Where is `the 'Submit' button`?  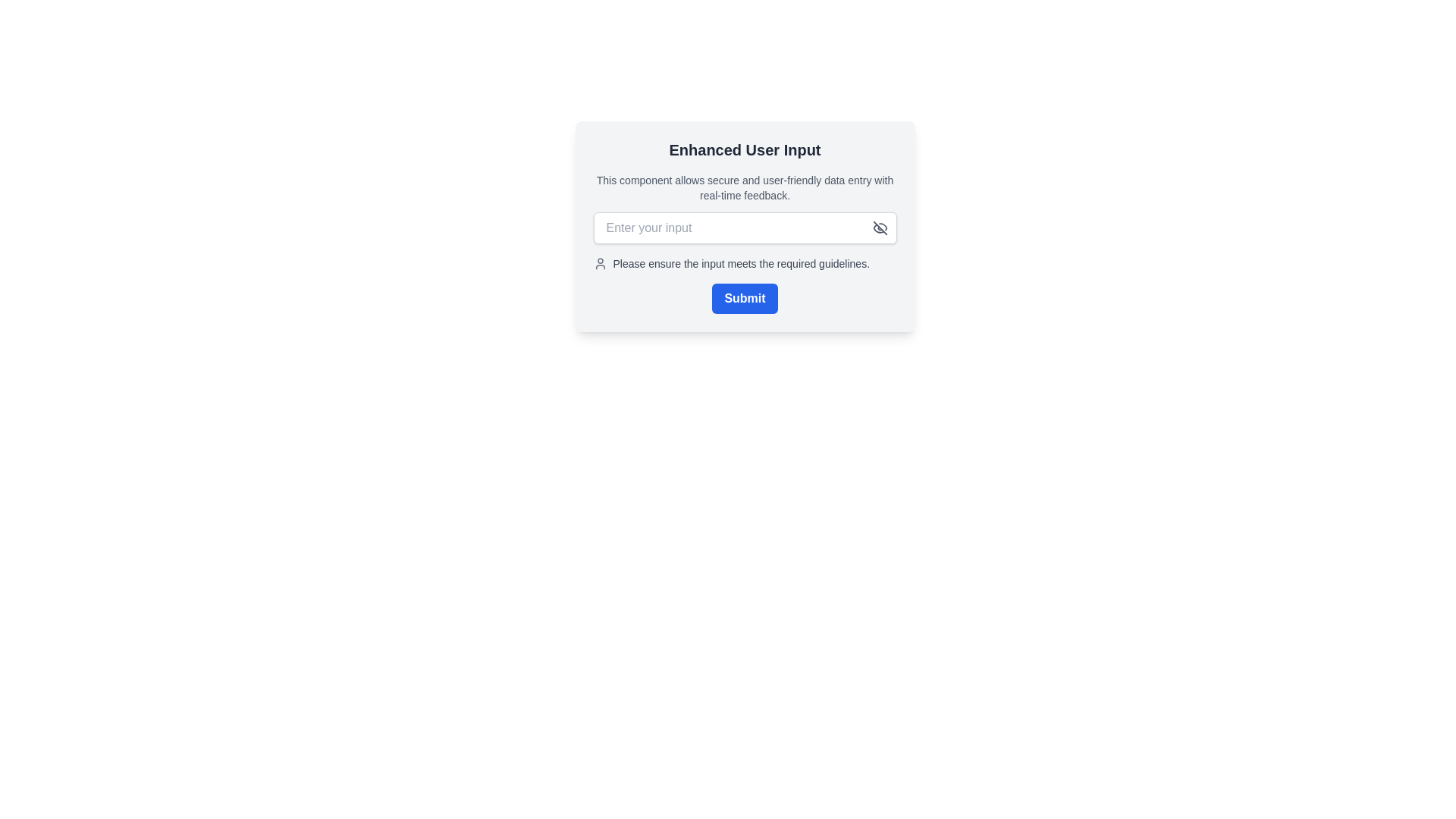
the 'Submit' button is located at coordinates (745, 298).